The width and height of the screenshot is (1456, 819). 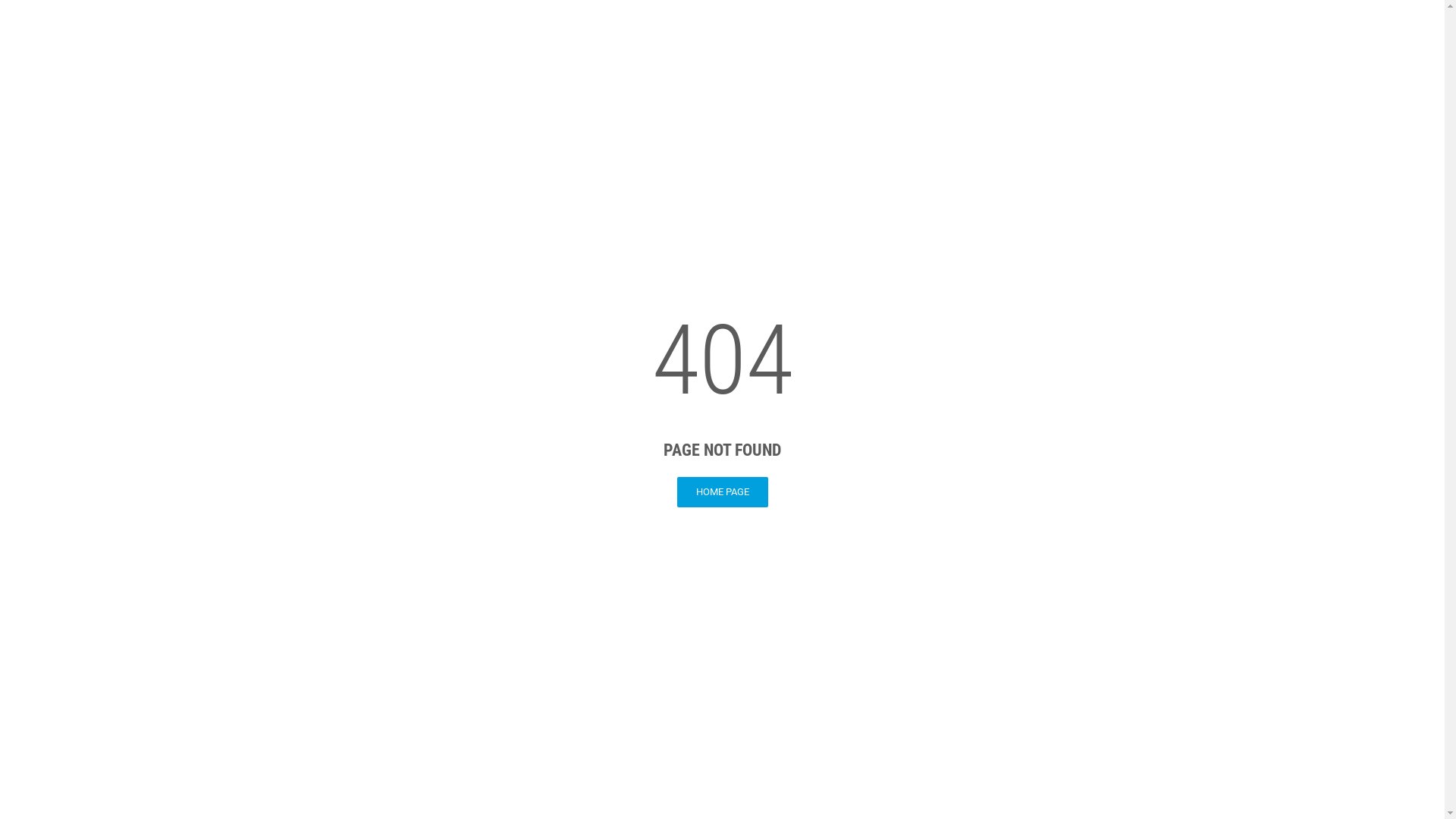 I want to click on 'HOME PAGE', so click(x=676, y=491).